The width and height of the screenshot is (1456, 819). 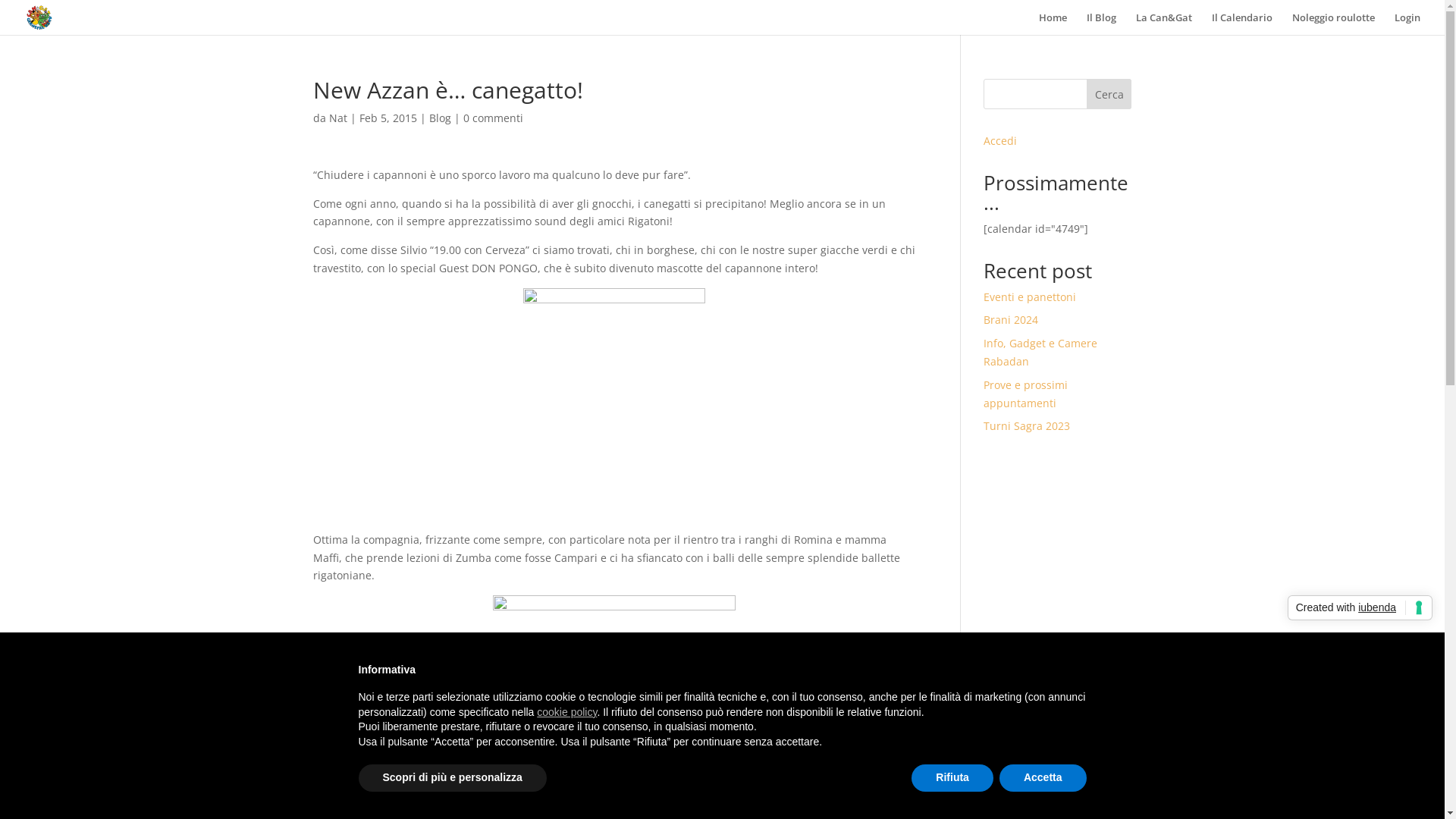 I want to click on 'Brani 2024', so click(x=1011, y=318).